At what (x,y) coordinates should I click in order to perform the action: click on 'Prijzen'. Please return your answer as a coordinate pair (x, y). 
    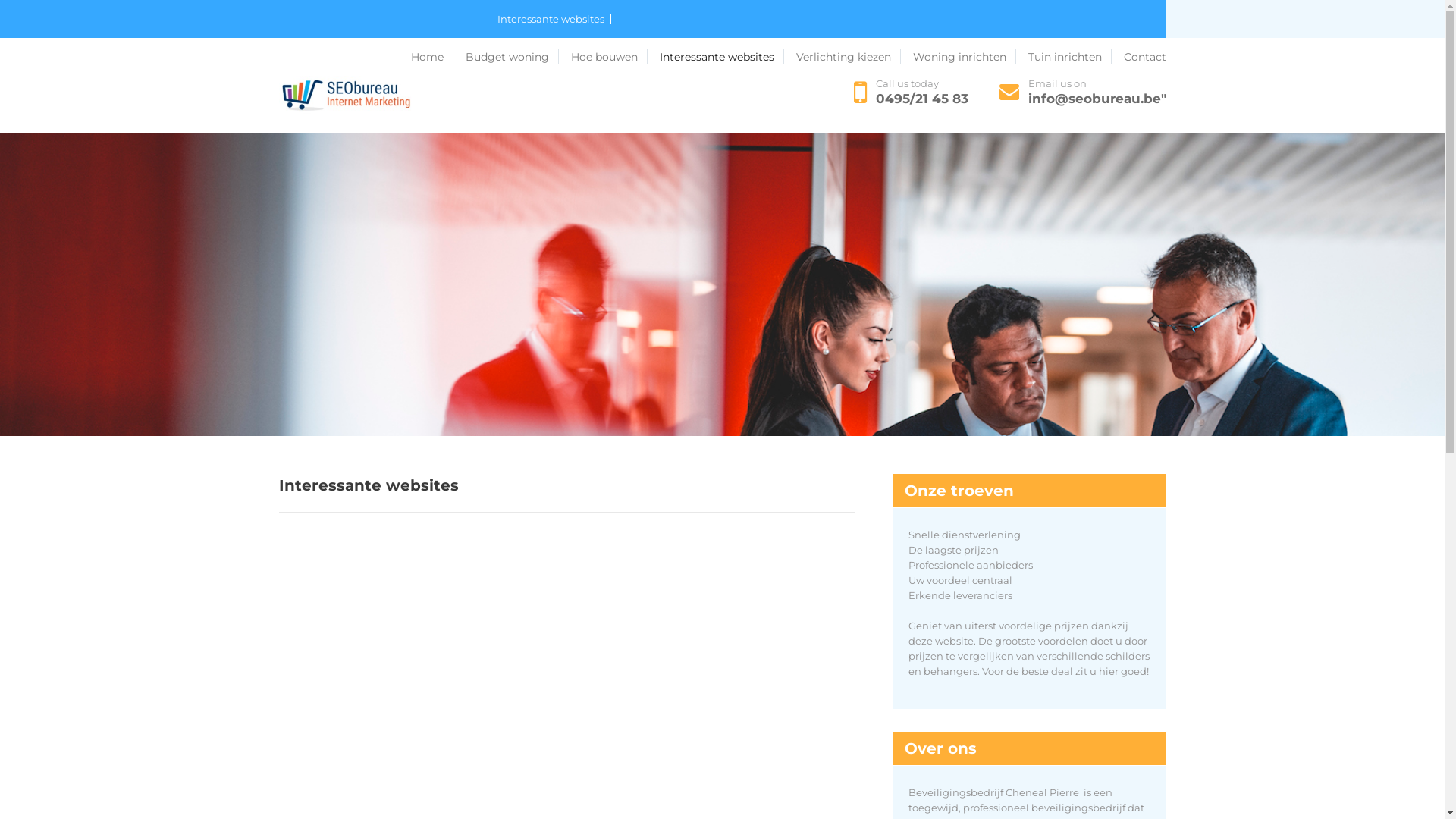
    Looking at the image, I should click on (667, 56).